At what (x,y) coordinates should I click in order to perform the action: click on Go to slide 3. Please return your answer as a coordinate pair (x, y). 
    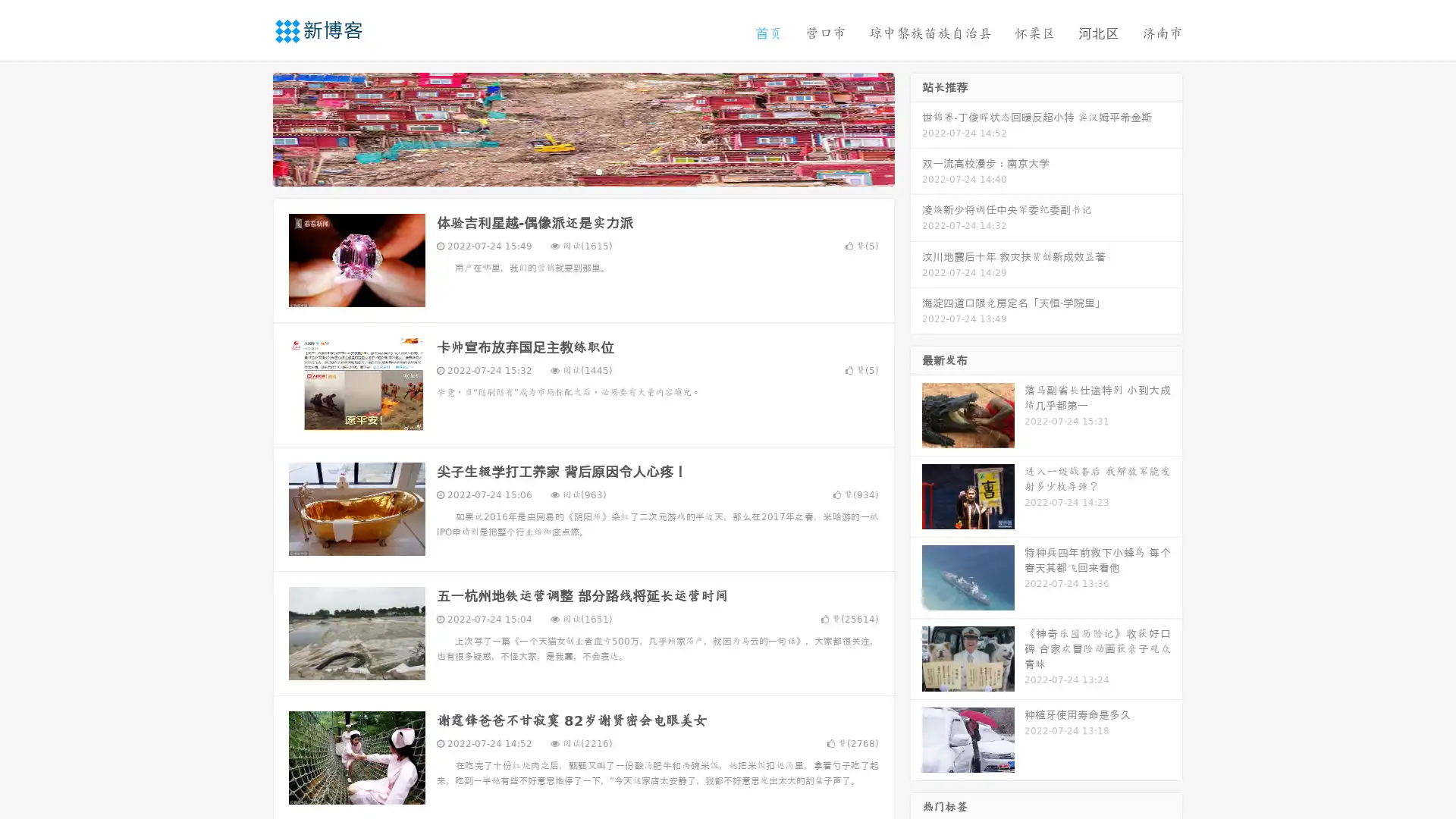
    Looking at the image, I should click on (598, 171).